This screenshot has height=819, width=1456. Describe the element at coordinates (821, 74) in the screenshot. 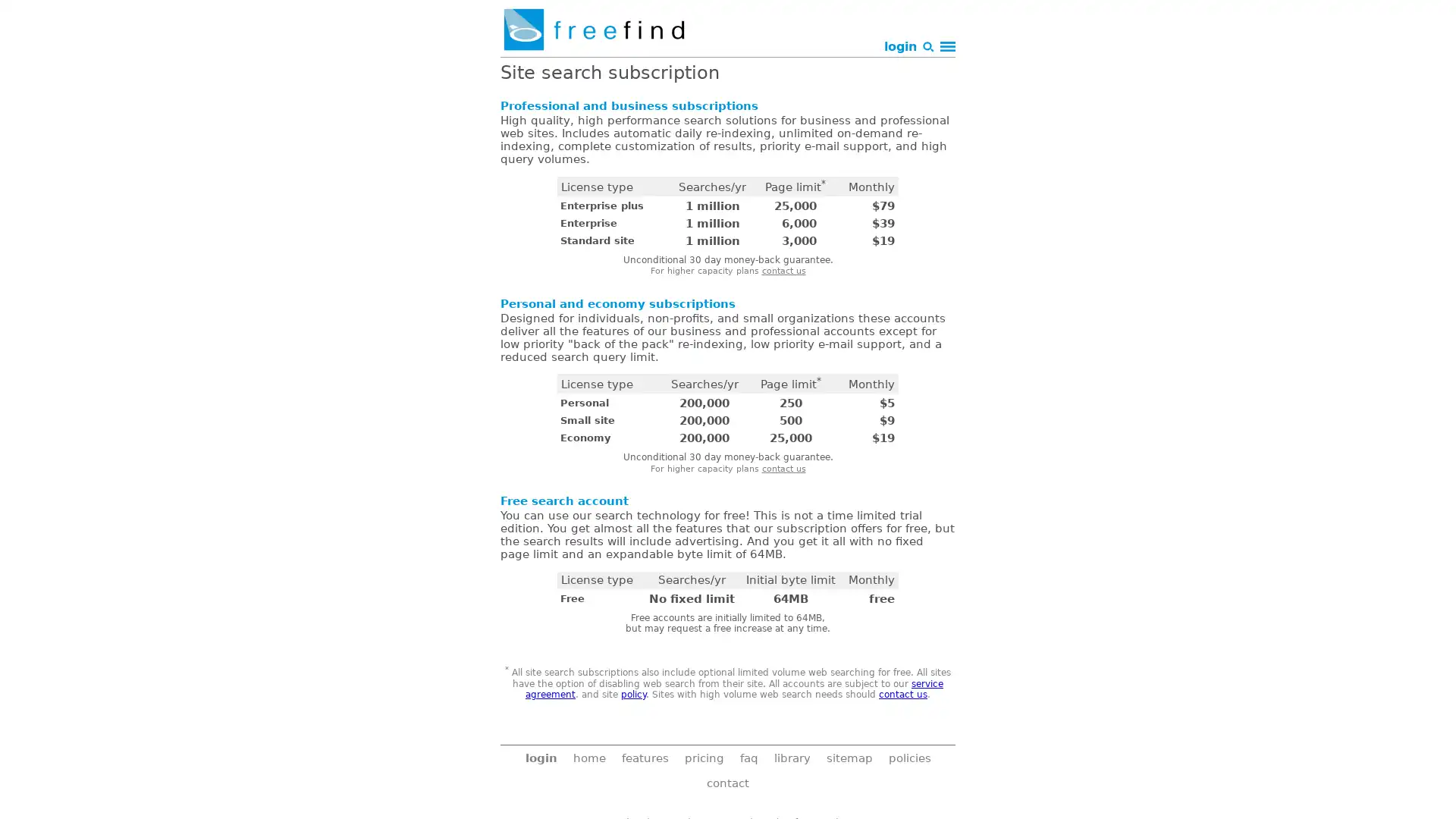

I see `Search` at that location.